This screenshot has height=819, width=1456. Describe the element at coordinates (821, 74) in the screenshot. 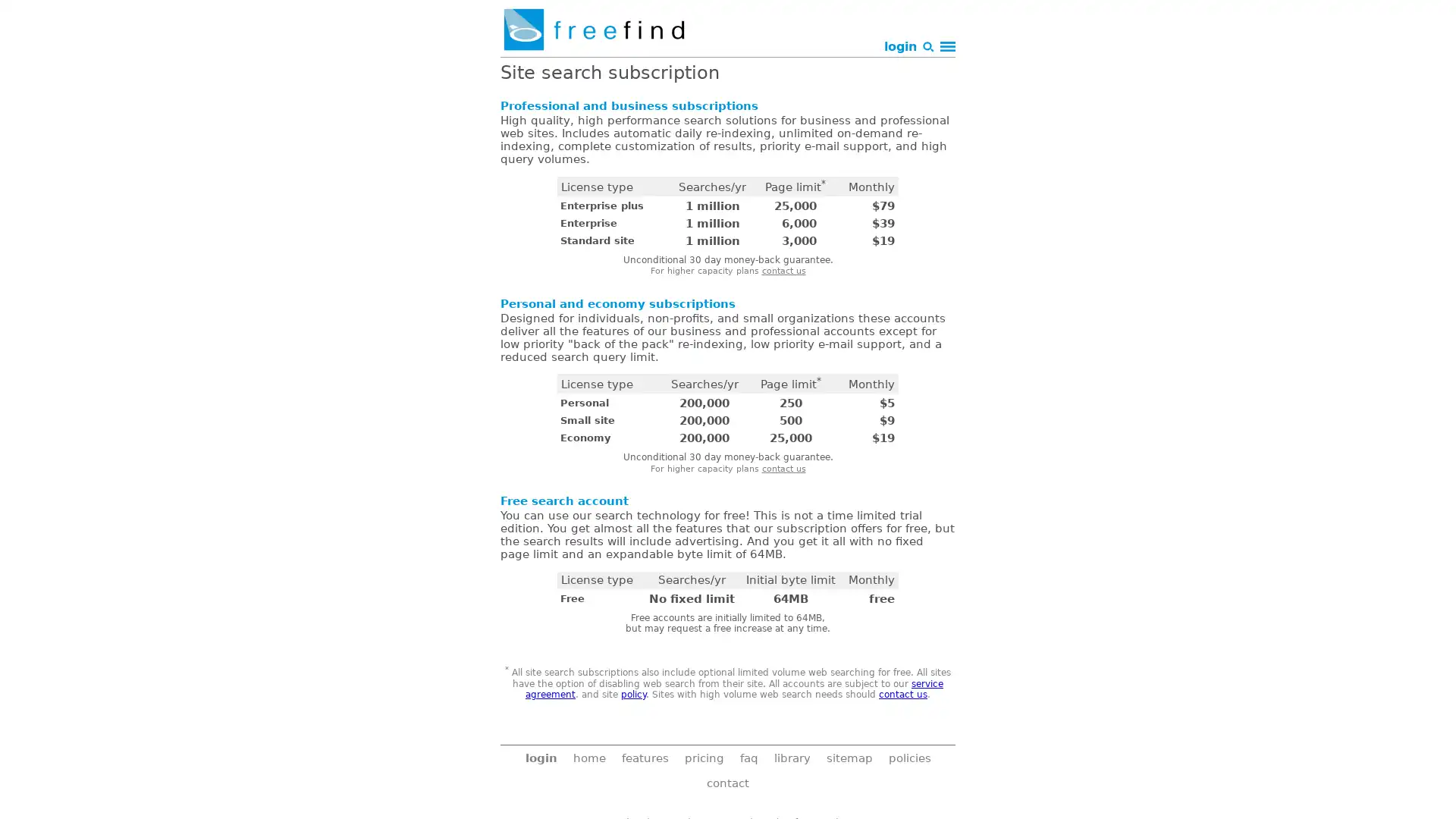

I see `Search` at that location.